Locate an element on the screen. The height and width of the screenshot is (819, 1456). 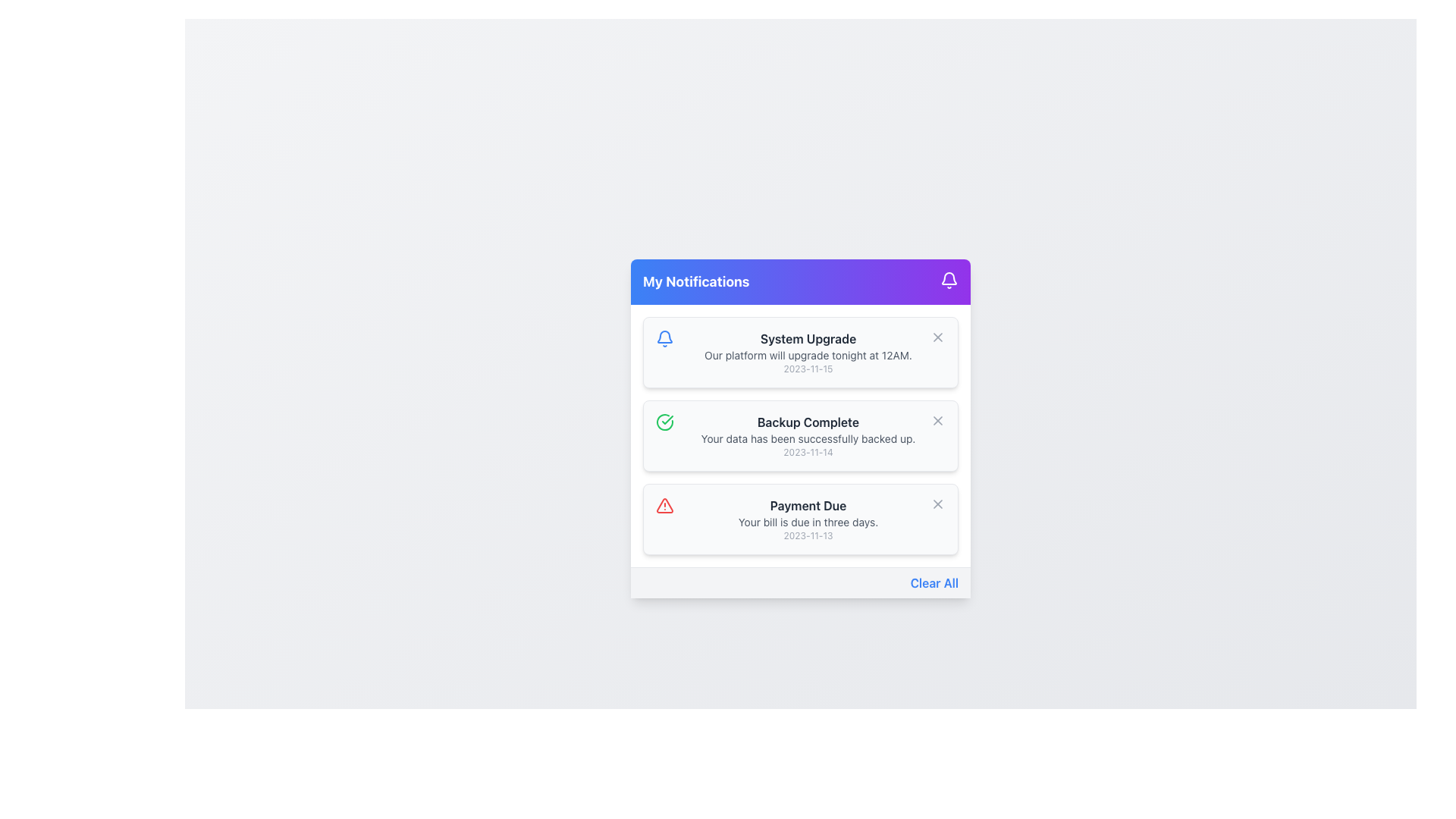
the lower component of the bell icon representing notifications located in the top-right corner of the dark blue notification header bar is located at coordinates (665, 335).